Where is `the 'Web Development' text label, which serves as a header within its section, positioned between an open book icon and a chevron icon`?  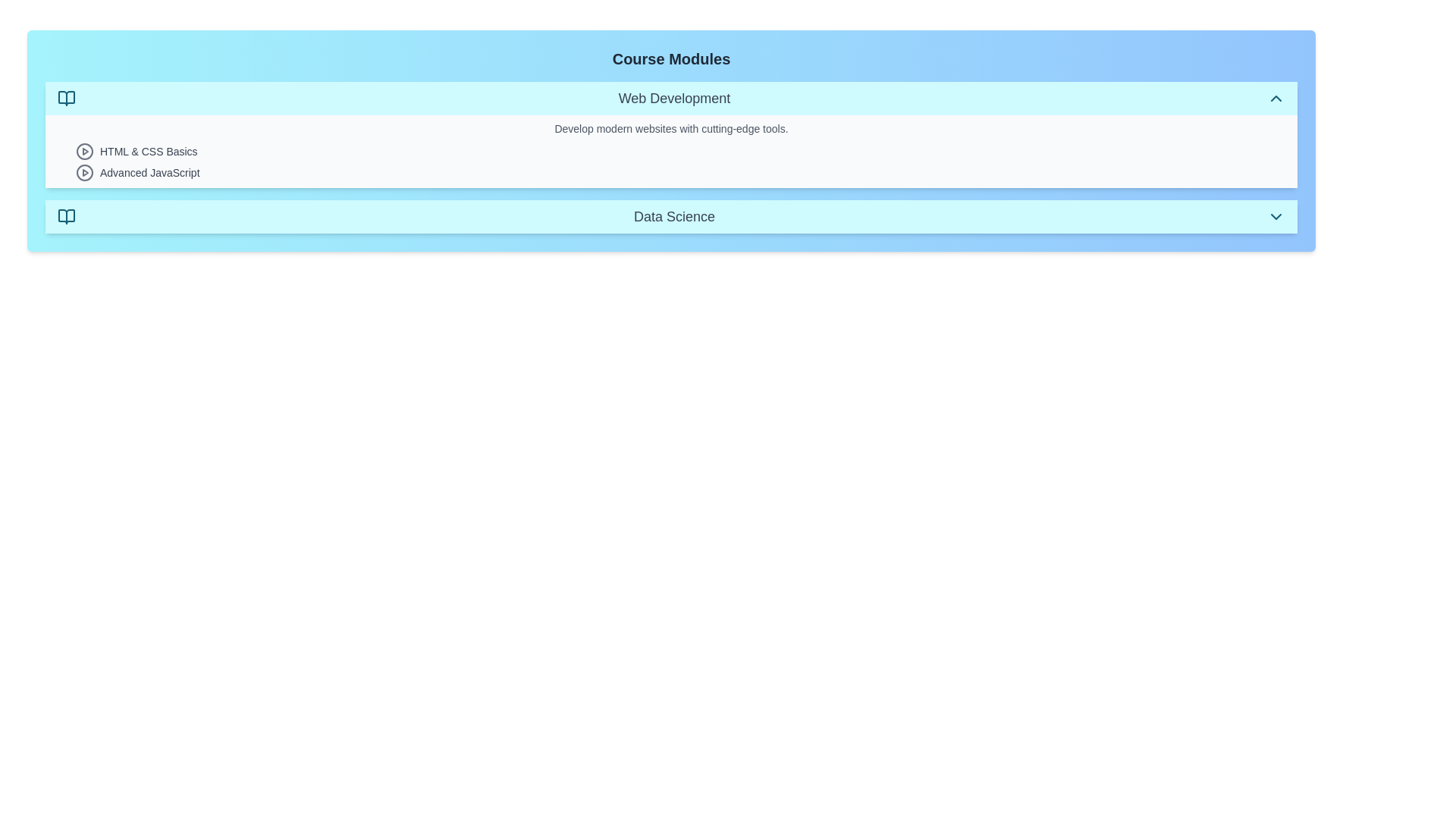
the 'Web Development' text label, which serves as a header within its section, positioned between an open book icon and a chevron icon is located at coordinates (673, 99).